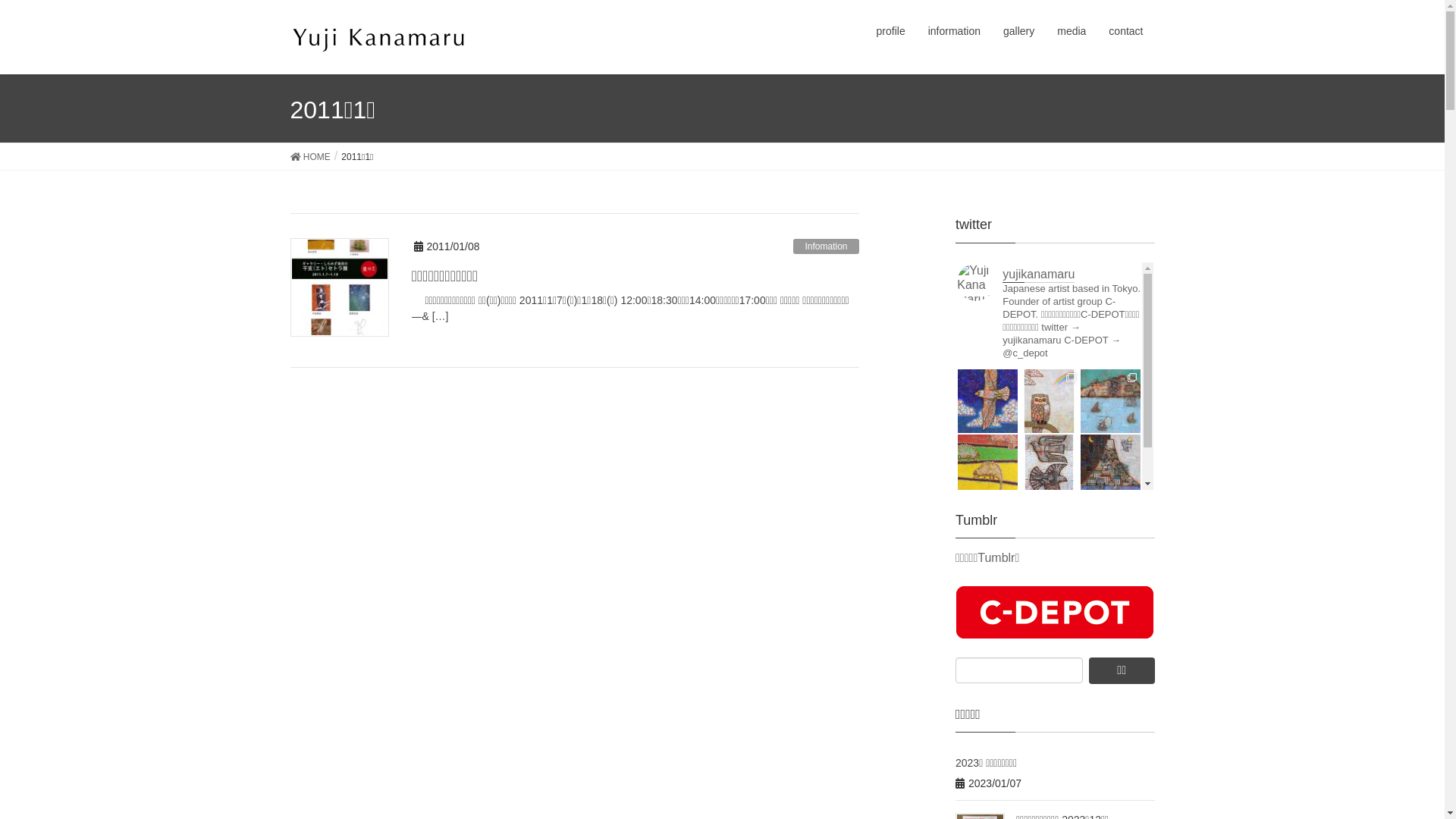 Image resolution: width=1456 pixels, height=819 pixels. I want to click on 'information', so click(953, 31).